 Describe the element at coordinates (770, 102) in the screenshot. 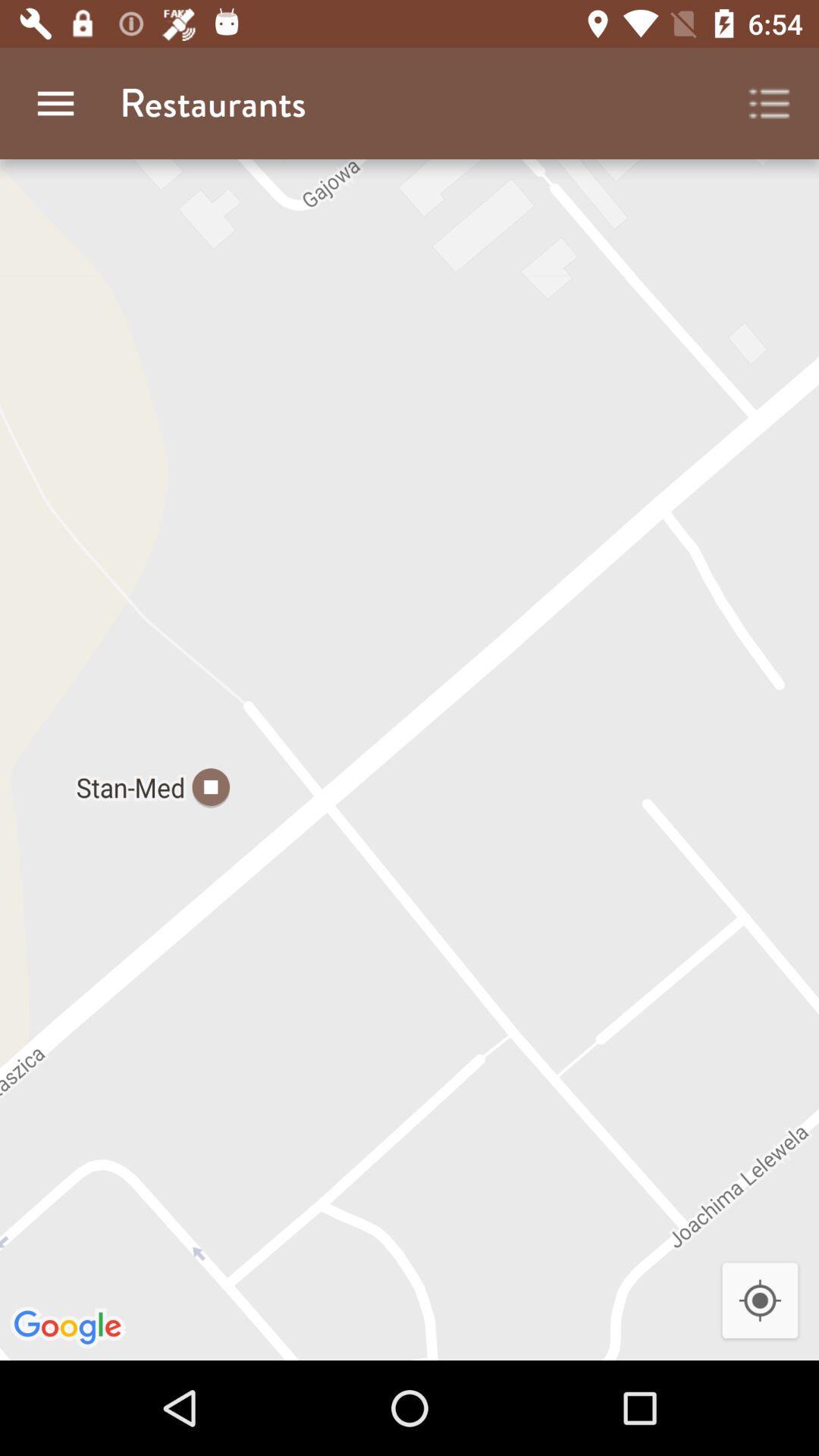

I see `the app to the right of the restaurants item` at that location.